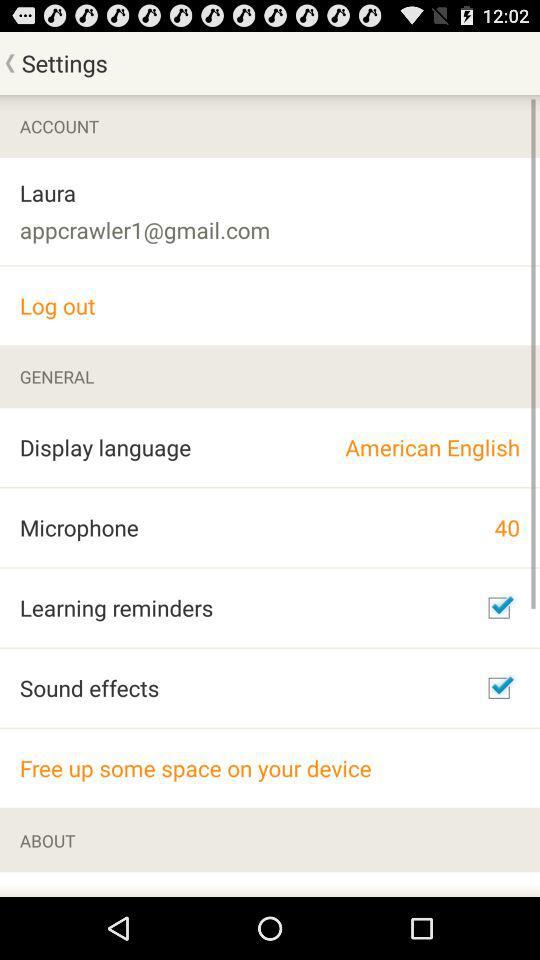 The width and height of the screenshot is (540, 960). What do you see at coordinates (498, 606) in the screenshot?
I see `reminders option` at bounding box center [498, 606].